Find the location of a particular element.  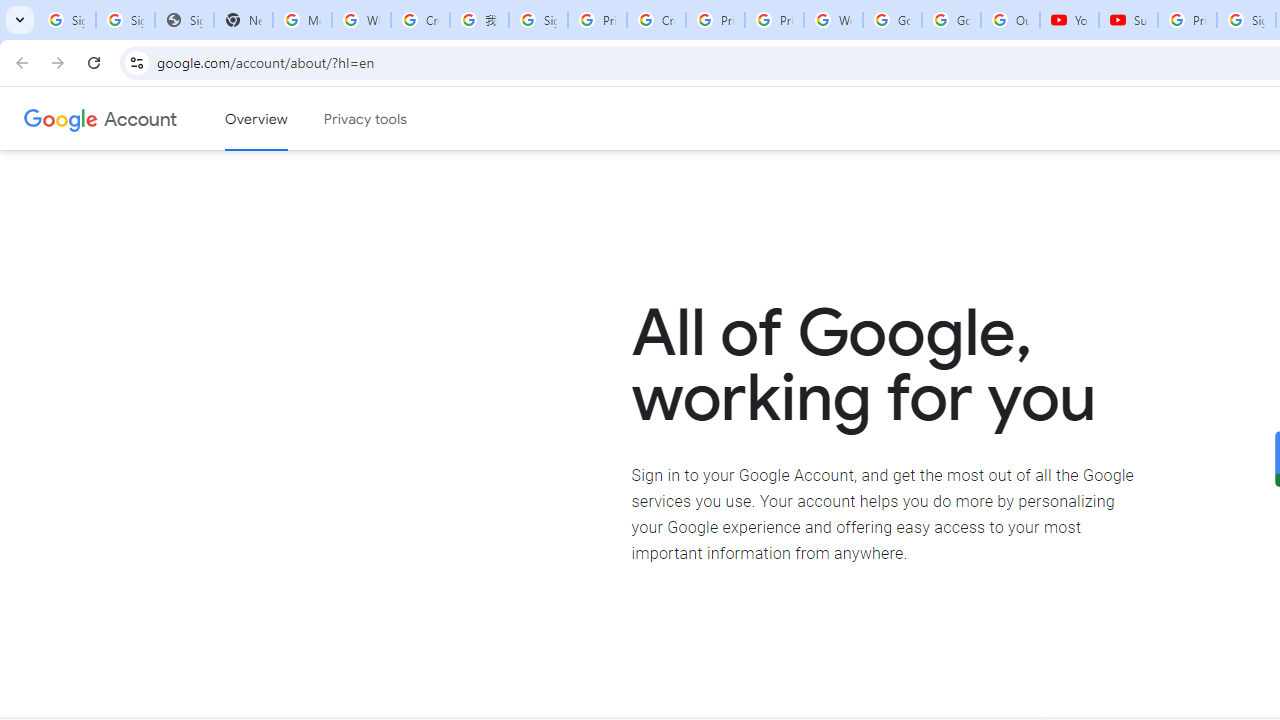

'New Tab' is located at coordinates (242, 20).